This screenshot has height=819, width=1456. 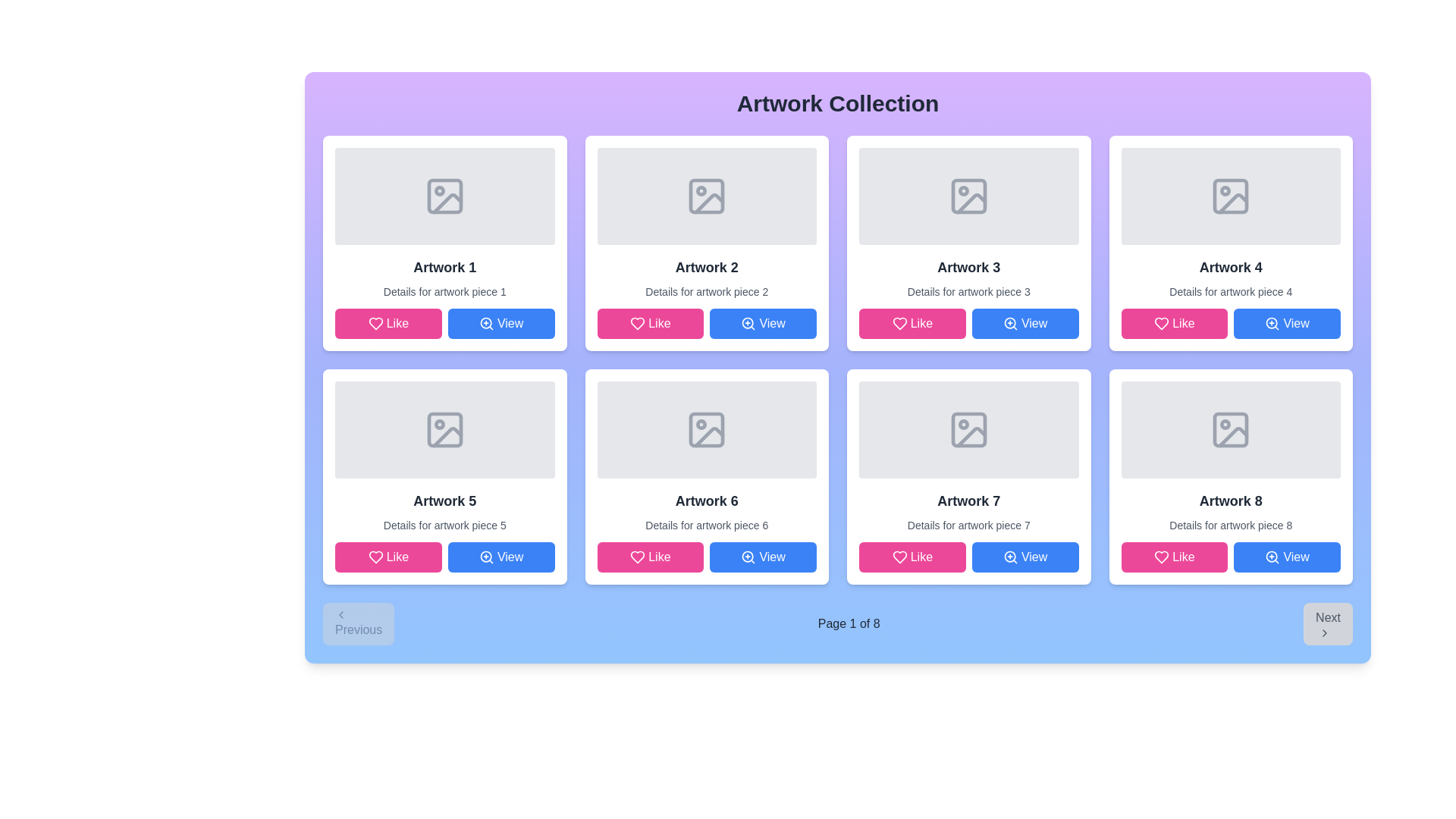 I want to click on text label that displays 'Details for artwork piece 6', which is located beneath the title 'Artwork 6' in the card layout, so click(x=706, y=525).